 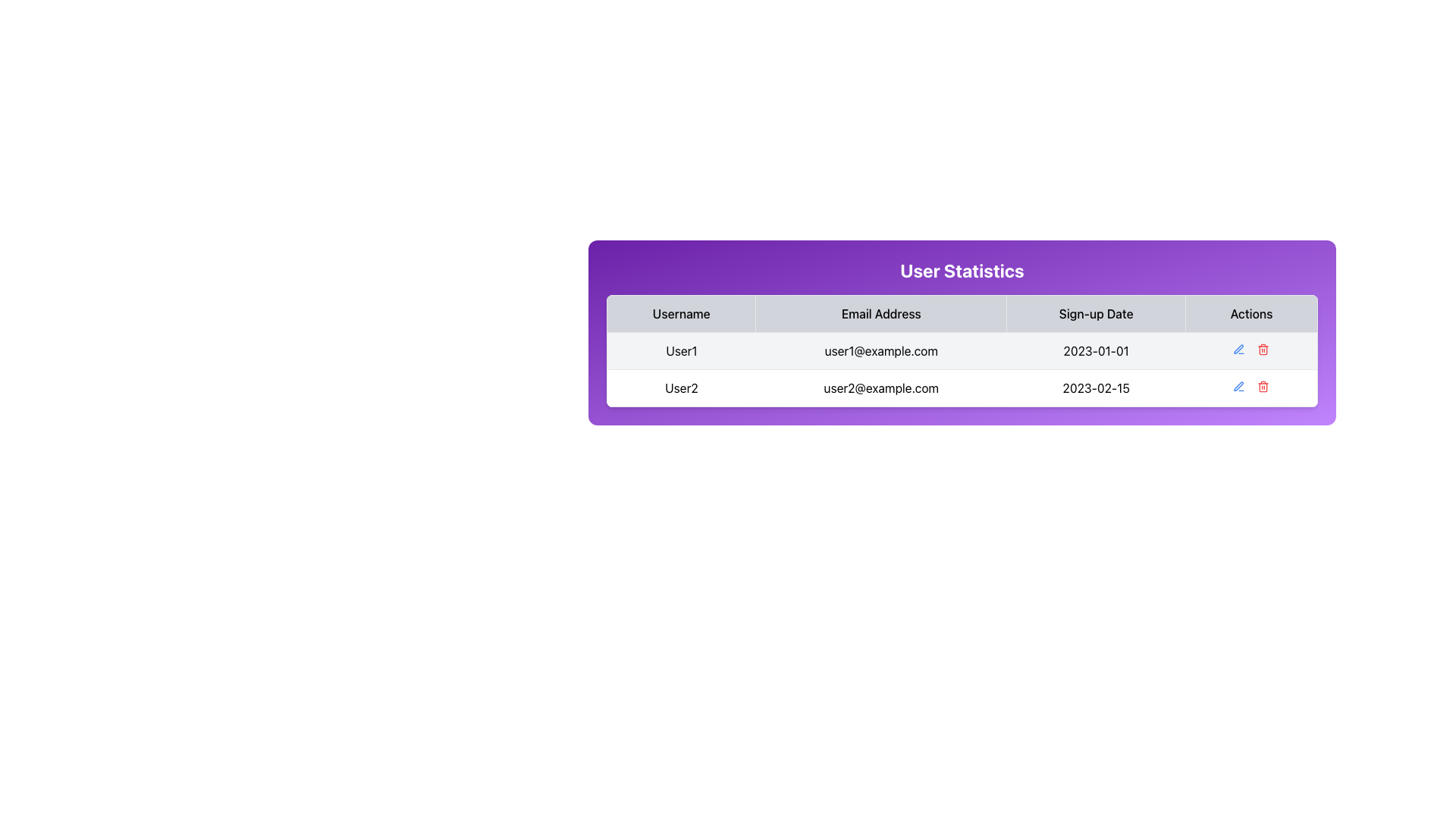 I want to click on the Table Header Cell containing the text 'Username' with a grey background, so click(x=680, y=312).